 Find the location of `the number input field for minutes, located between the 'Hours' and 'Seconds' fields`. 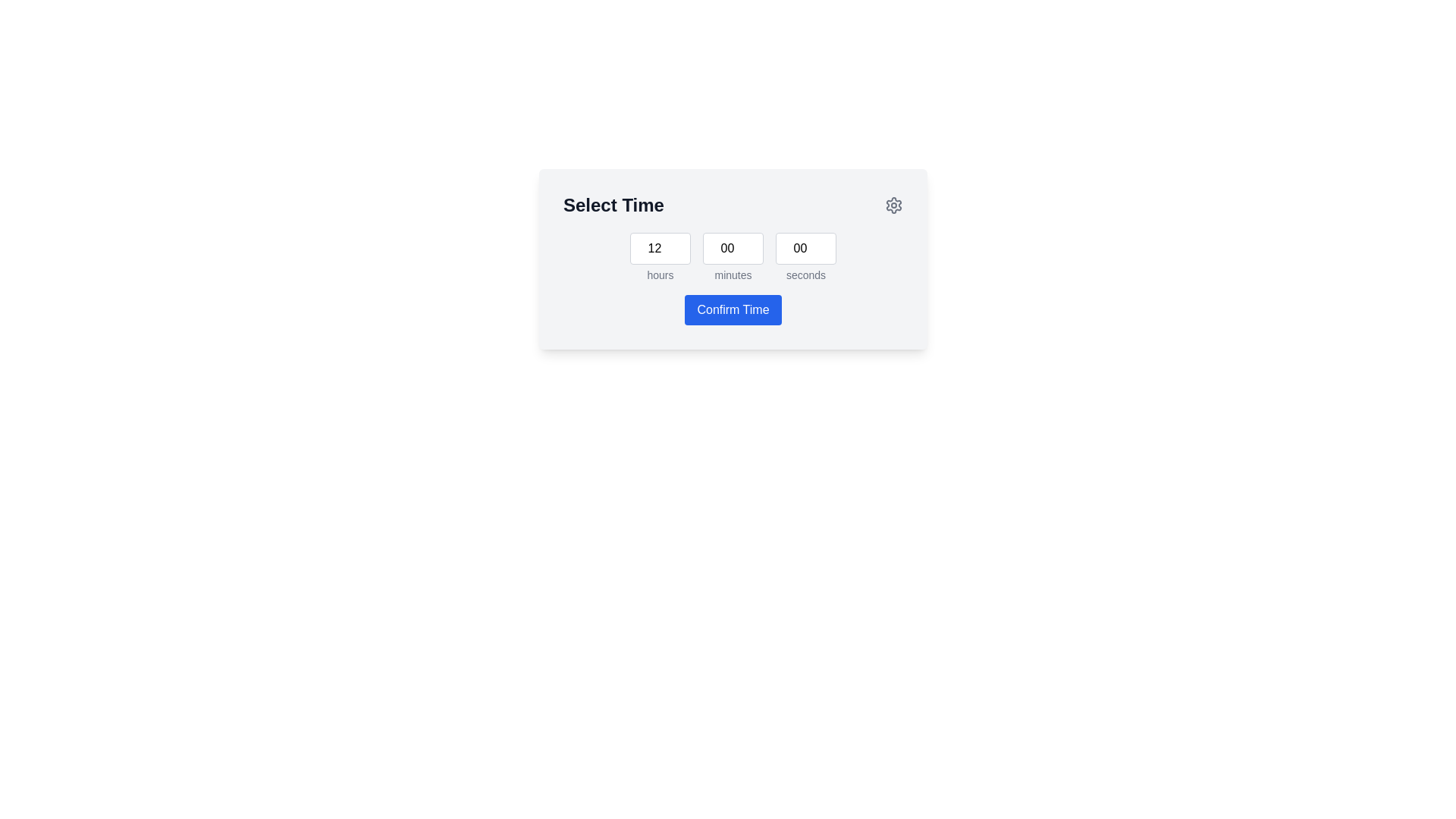

the number input field for minutes, located between the 'Hours' and 'Seconds' fields is located at coordinates (733, 247).